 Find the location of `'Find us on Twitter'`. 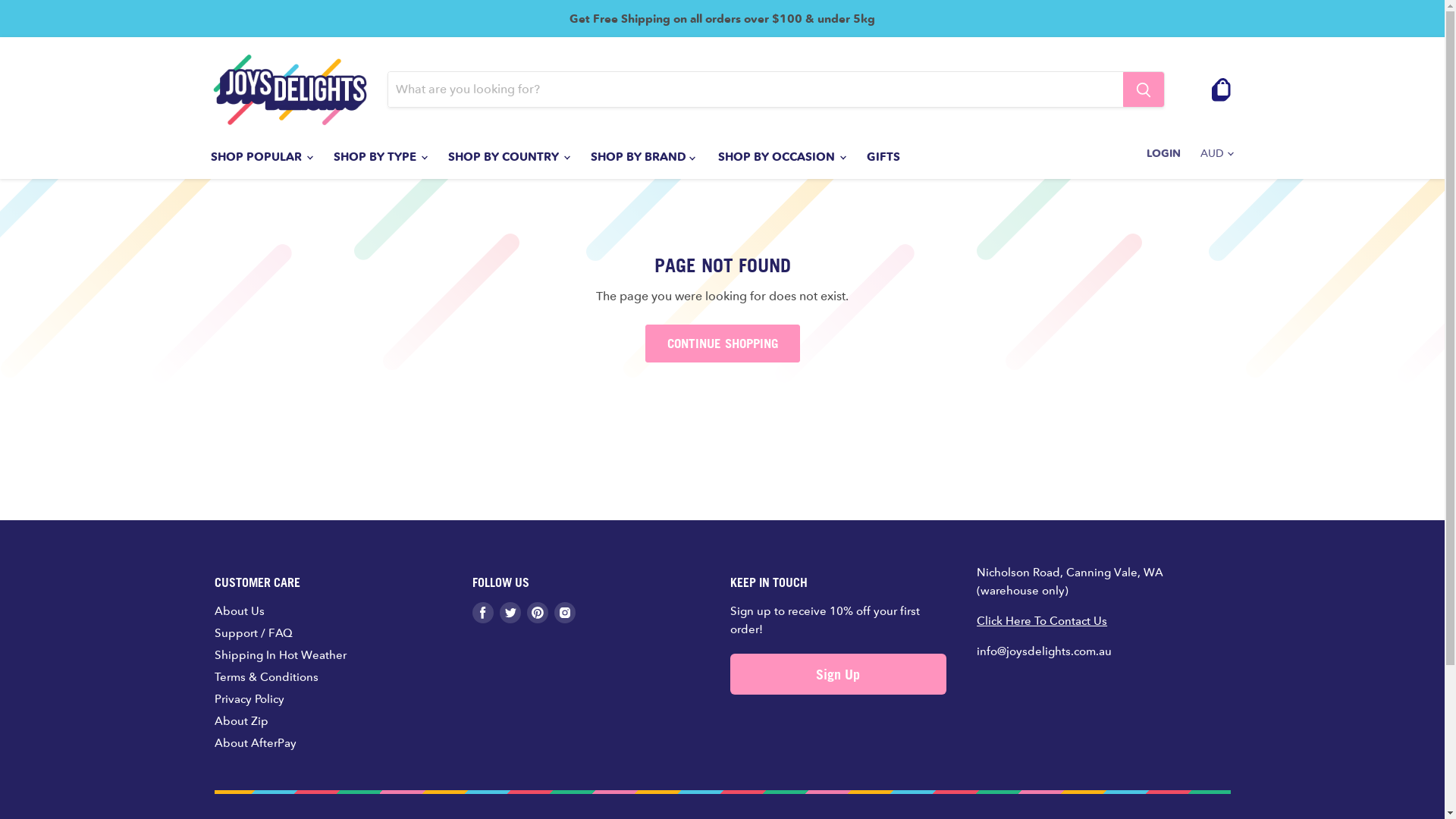

'Find us on Twitter' is located at coordinates (498, 611).